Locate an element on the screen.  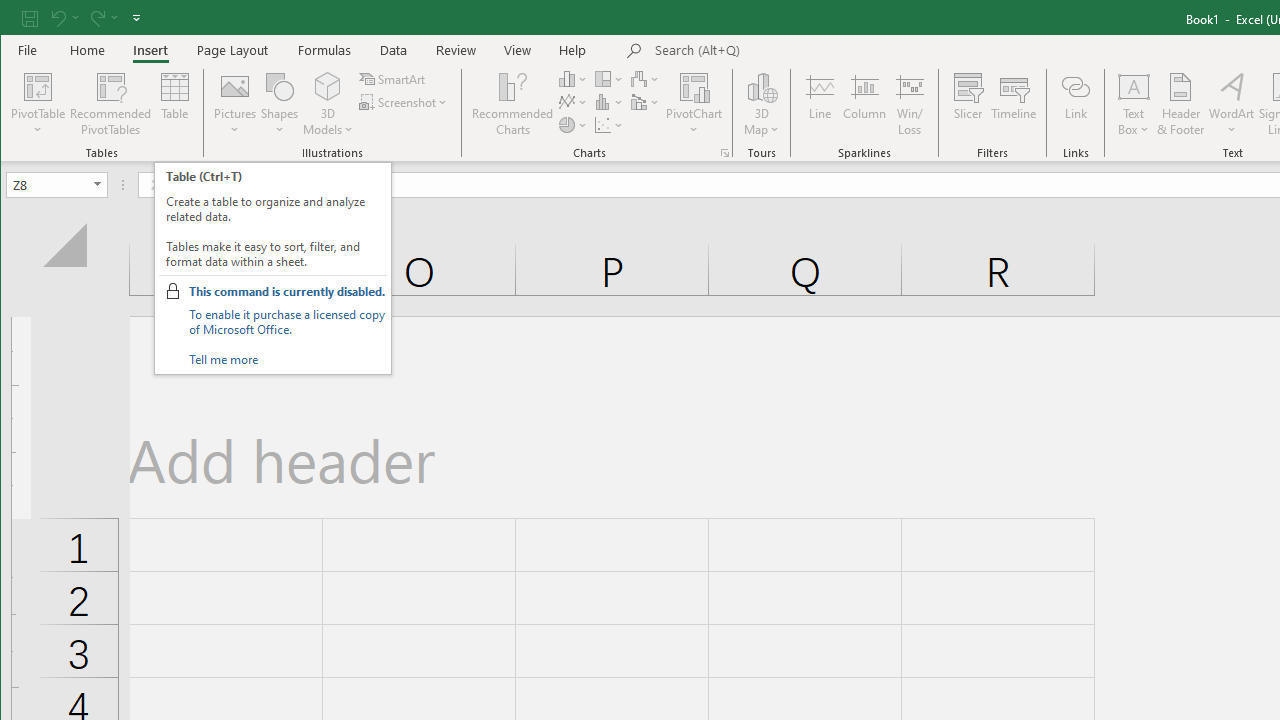
'Recommended PivotTables' is located at coordinates (109, 104).